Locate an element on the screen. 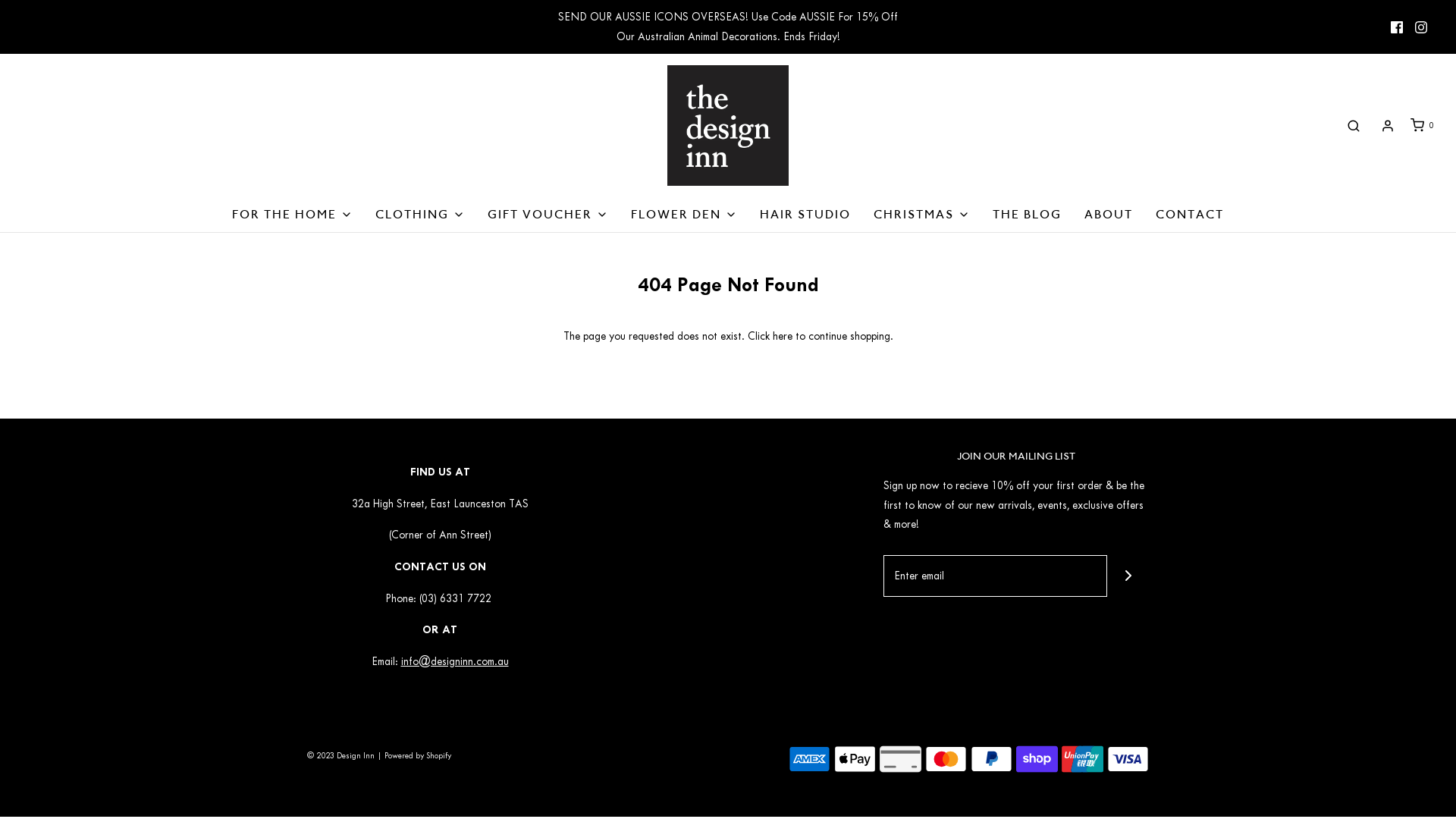  'here' is located at coordinates (782, 335).